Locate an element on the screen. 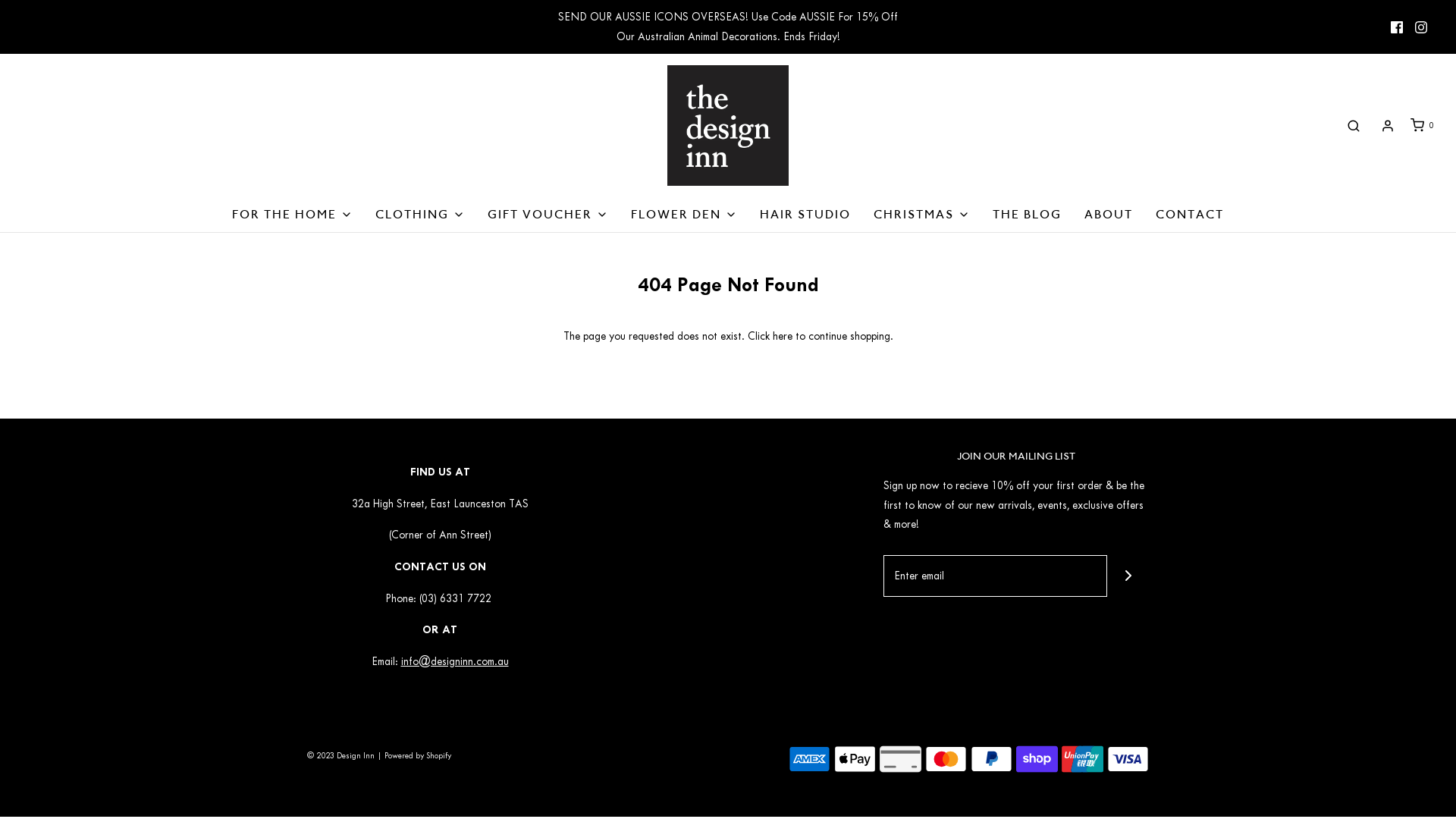  'here' is located at coordinates (782, 335).